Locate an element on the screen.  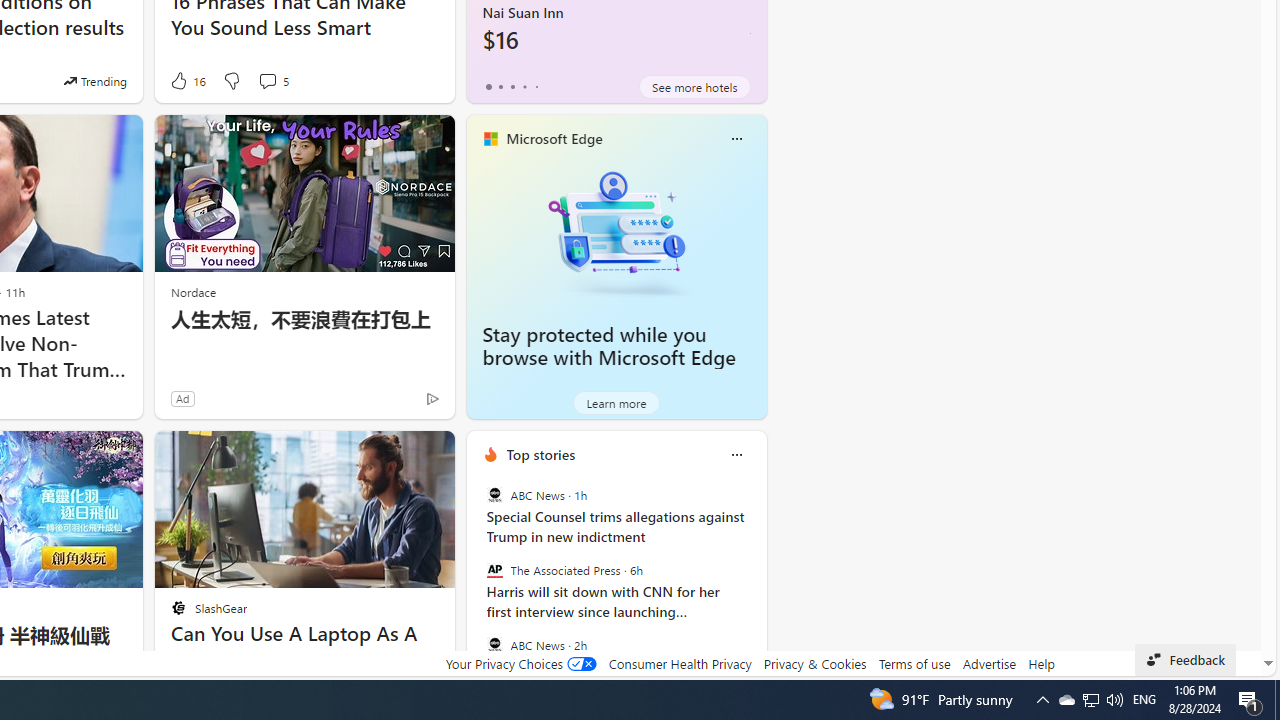
'tab-4' is located at coordinates (536, 86).